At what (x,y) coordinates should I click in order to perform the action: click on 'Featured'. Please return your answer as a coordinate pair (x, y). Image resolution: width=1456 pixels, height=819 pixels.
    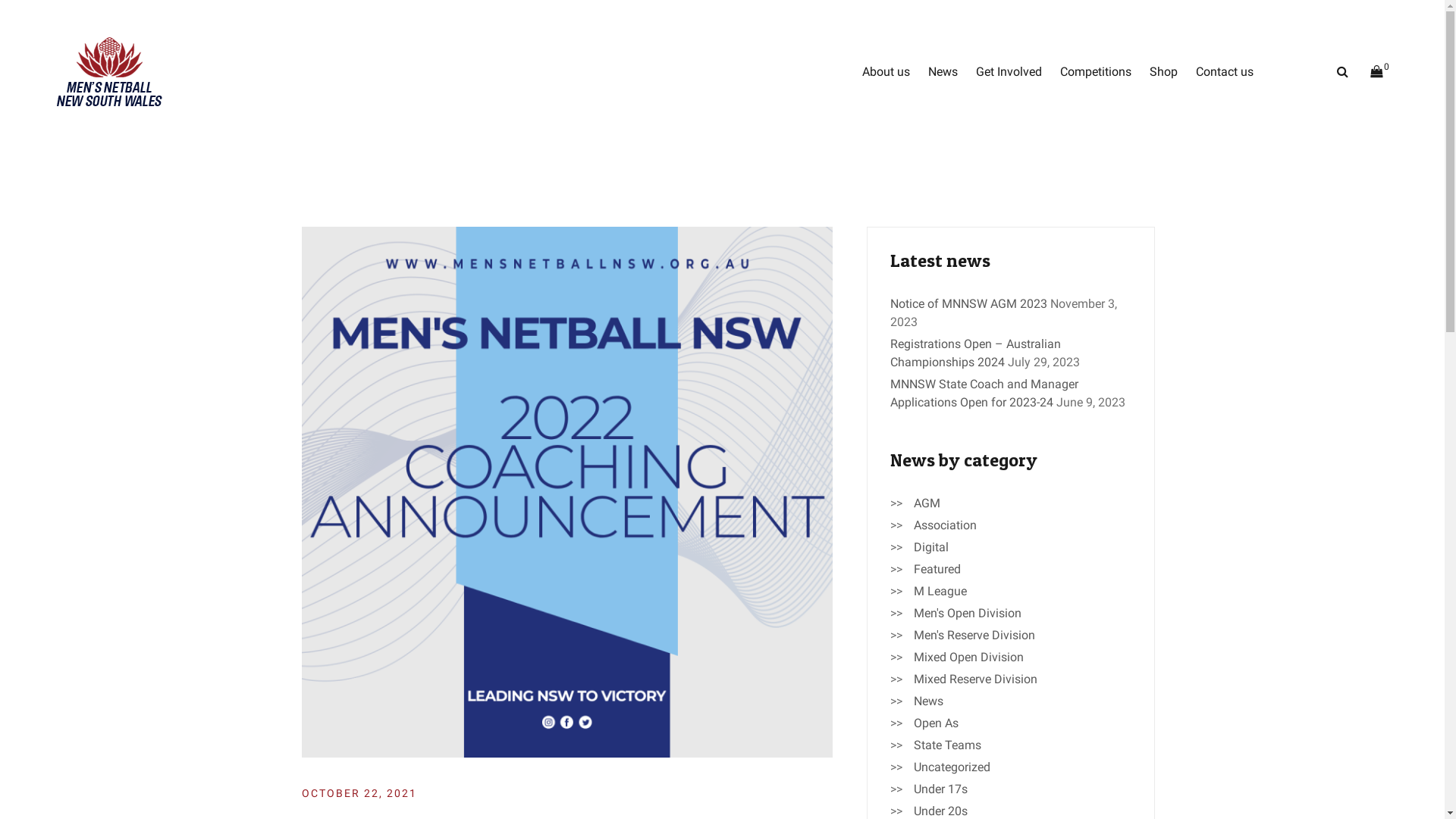
    Looking at the image, I should click on (935, 570).